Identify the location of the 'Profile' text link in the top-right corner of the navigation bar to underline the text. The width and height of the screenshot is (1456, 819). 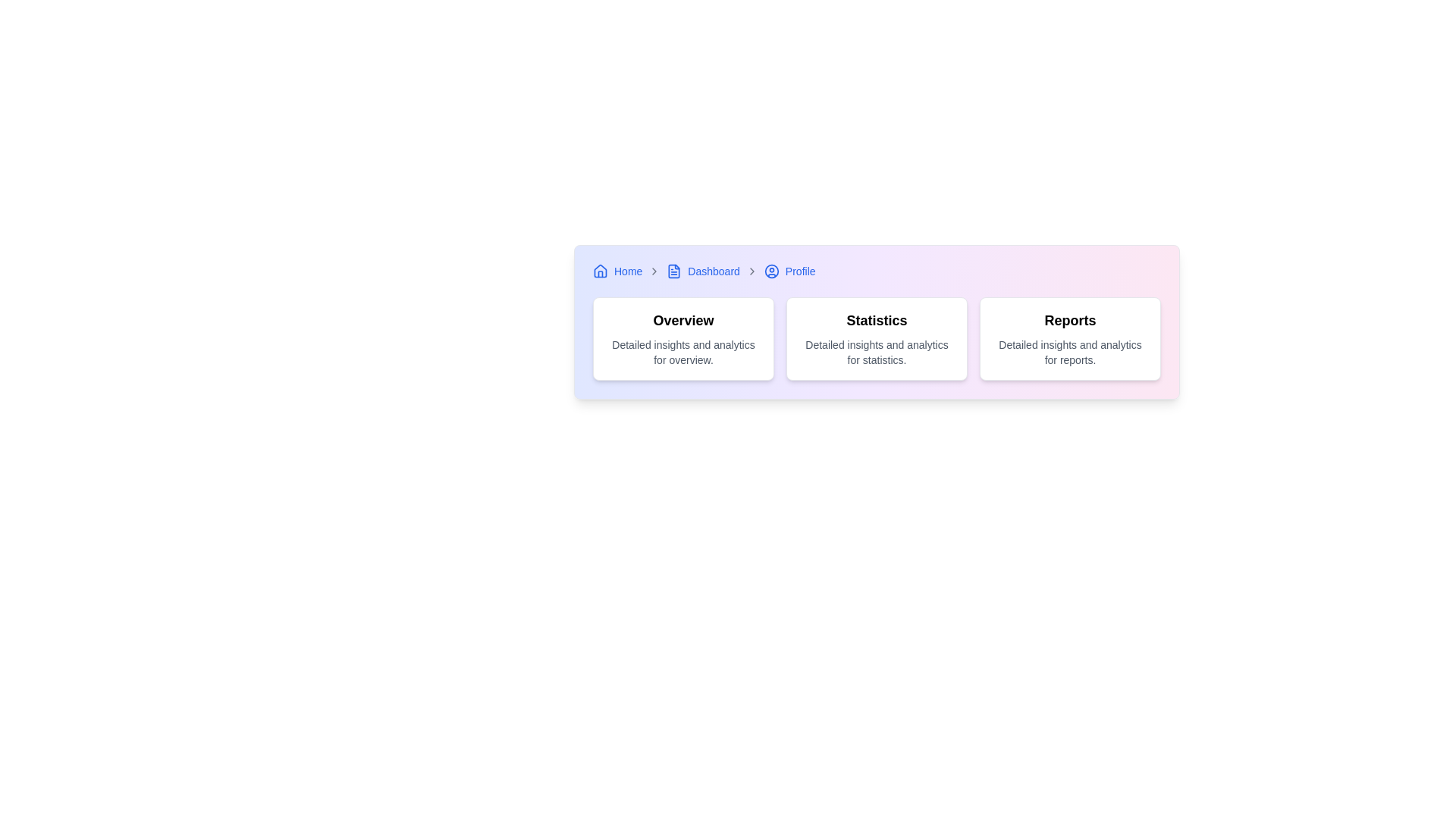
(799, 271).